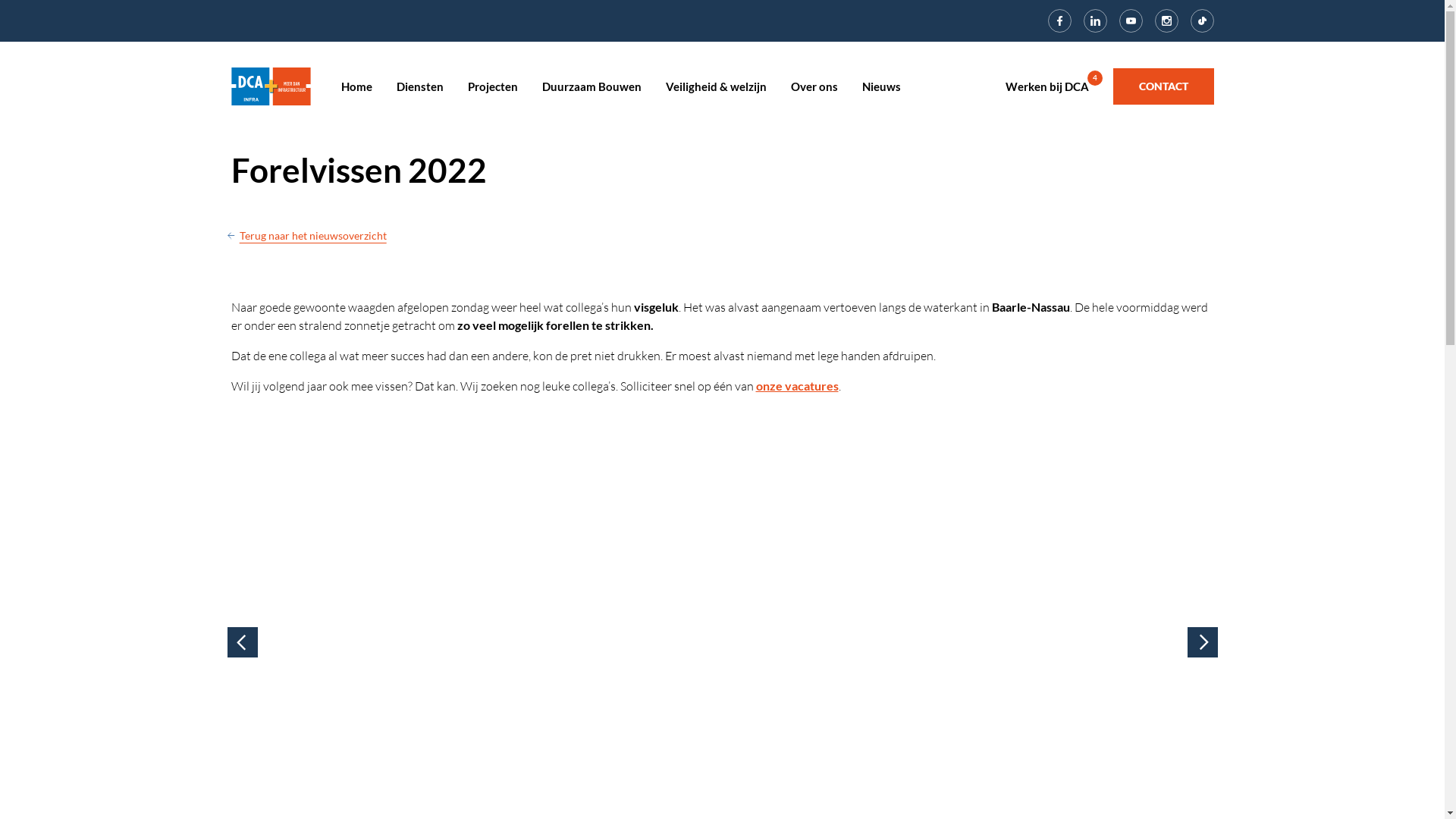 Image resolution: width=1456 pixels, height=819 pixels. What do you see at coordinates (795, 384) in the screenshot?
I see `'onze vacatures'` at bounding box center [795, 384].